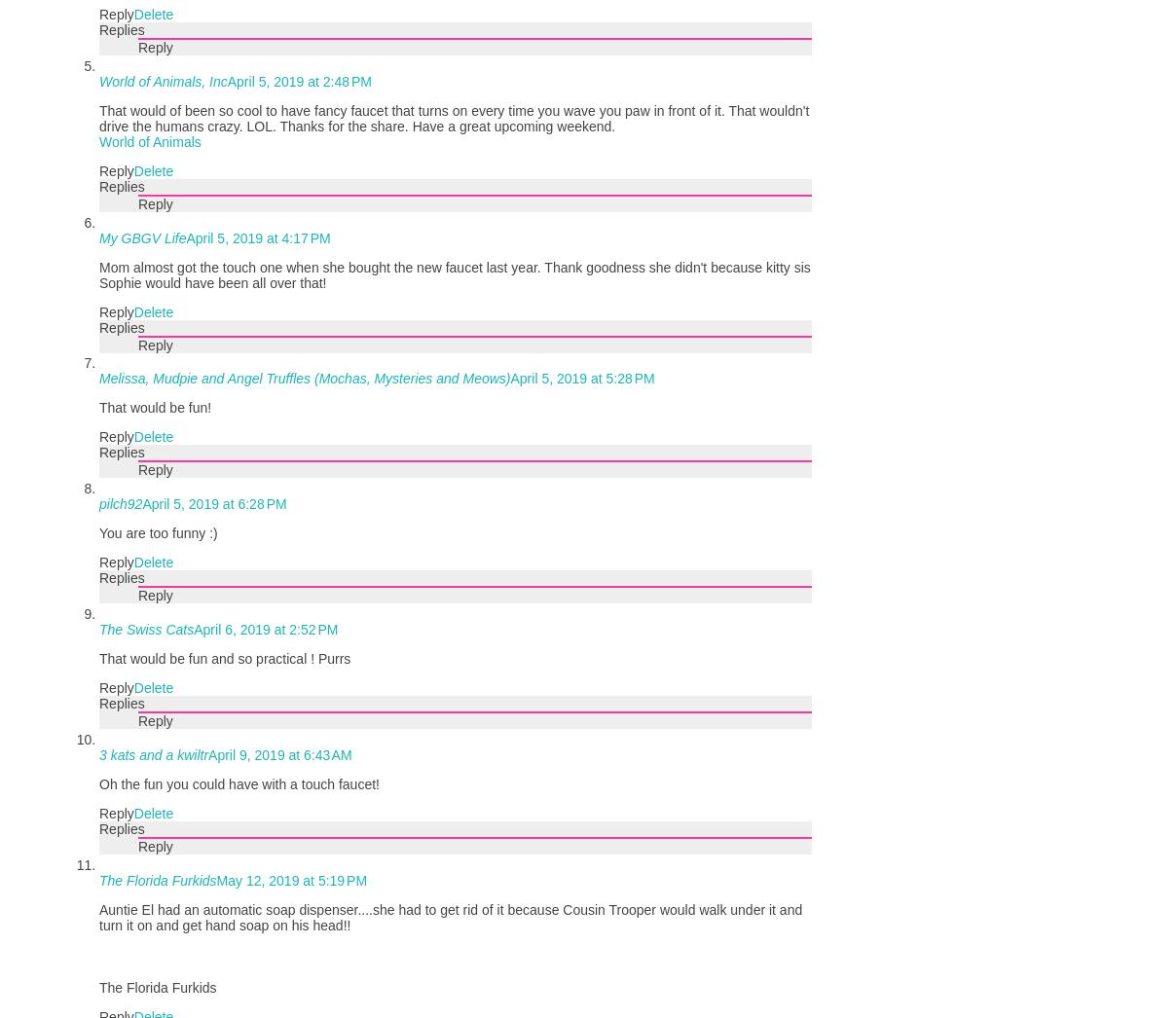  I want to click on 'April 9, 2019 at 6:43 AM', so click(208, 752).